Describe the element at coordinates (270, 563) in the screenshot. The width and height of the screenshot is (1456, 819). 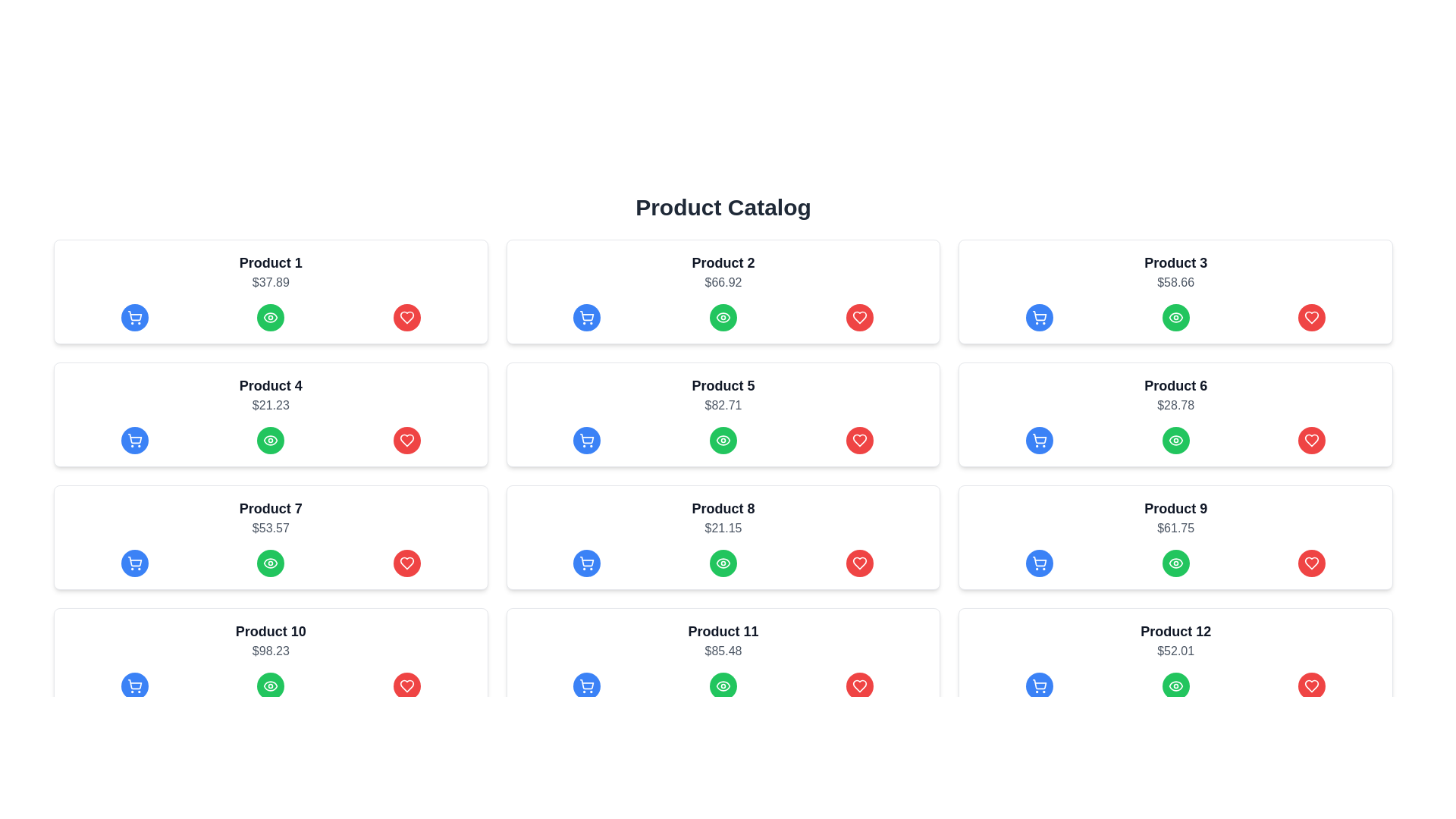
I see `the green circular button with a white eye icon at the center of the card labeled 'Product 7 $53.57'` at that location.